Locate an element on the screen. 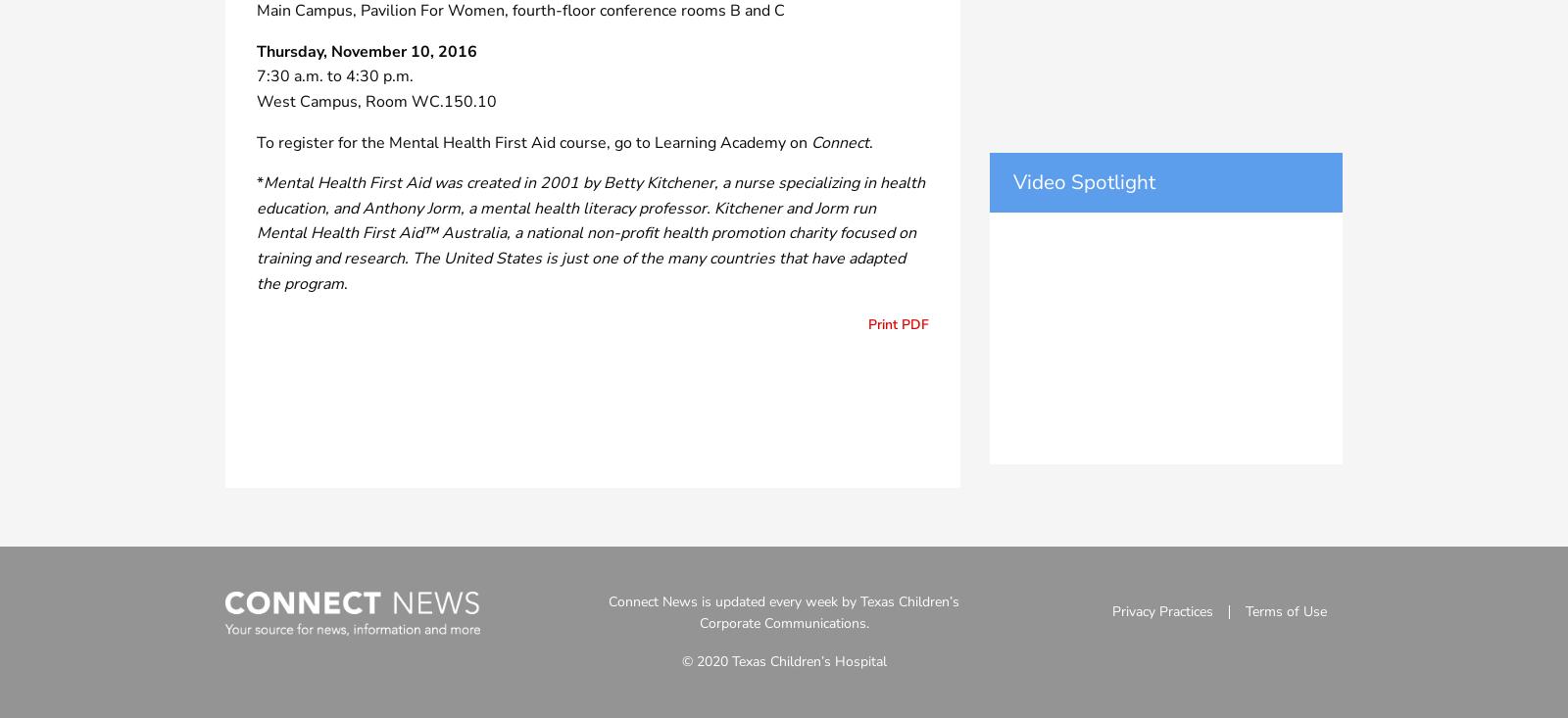 This screenshot has width=1568, height=718. 'Connect News is updated every week by Texas Children’s Corporate Communications.' is located at coordinates (608, 611).